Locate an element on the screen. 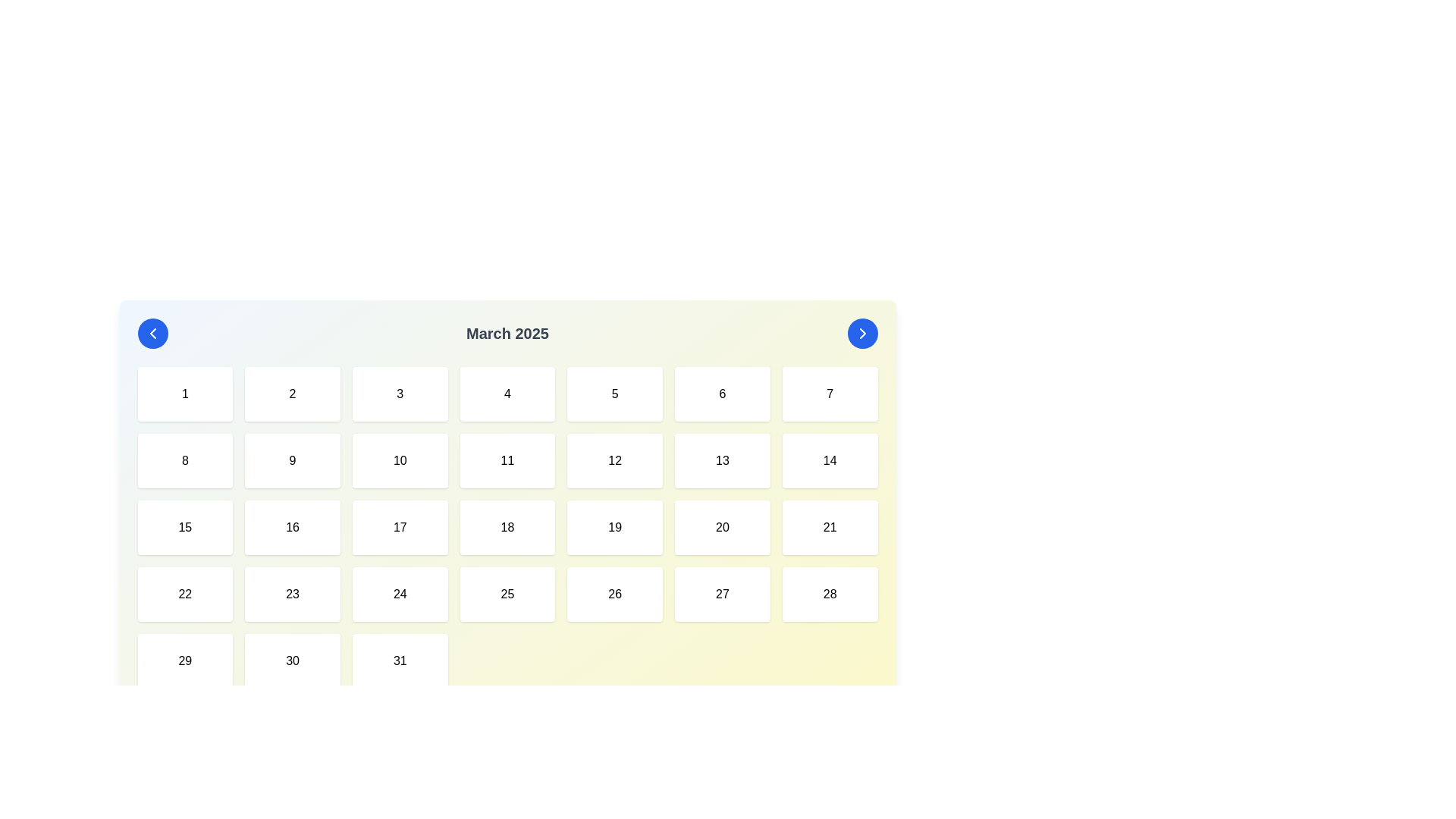  the chevron SVG icon located in the top-left corner of the calendar interface is located at coordinates (152, 332).